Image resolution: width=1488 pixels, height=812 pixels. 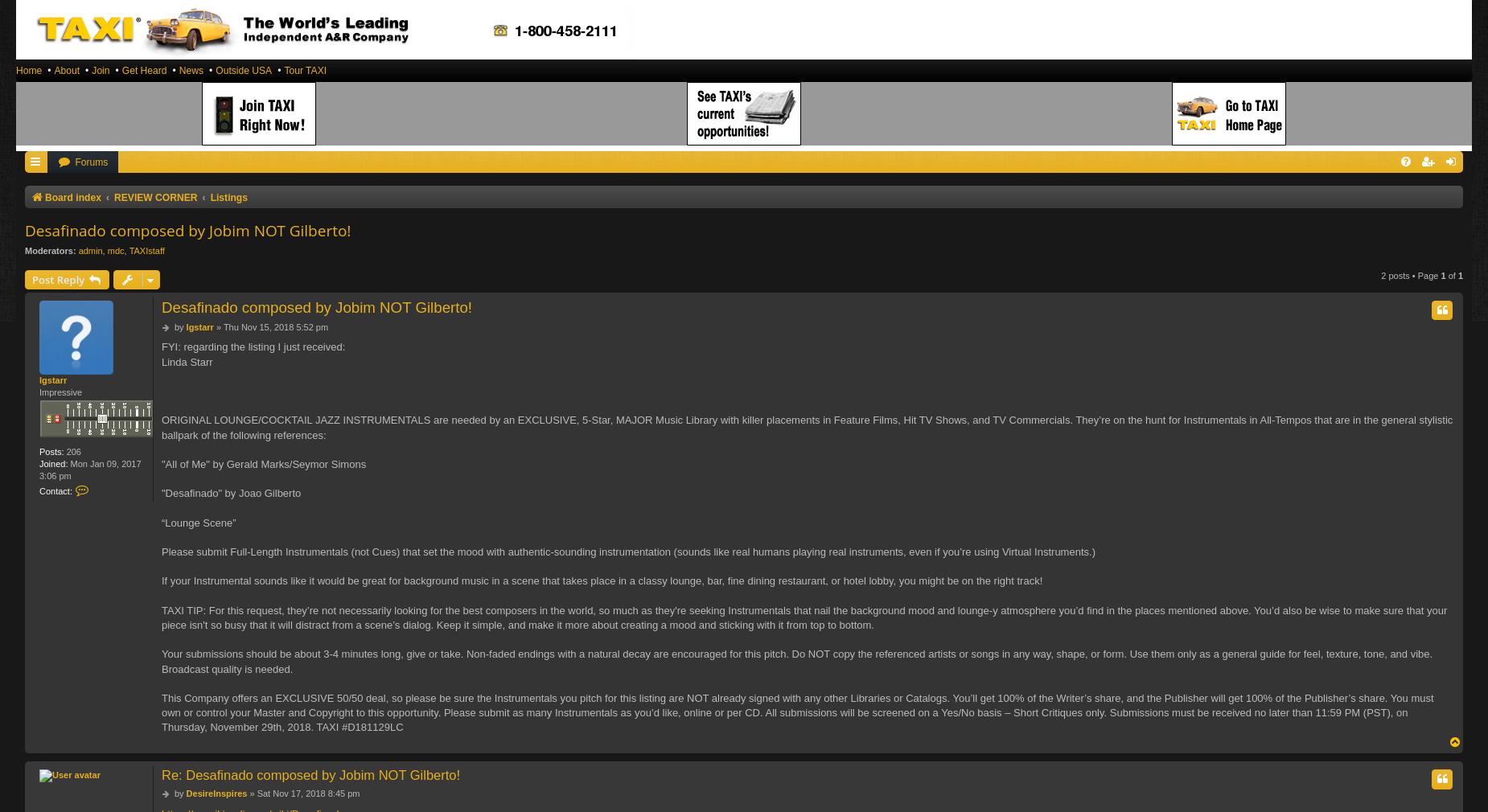 I want to click on 'About', so click(x=66, y=69).